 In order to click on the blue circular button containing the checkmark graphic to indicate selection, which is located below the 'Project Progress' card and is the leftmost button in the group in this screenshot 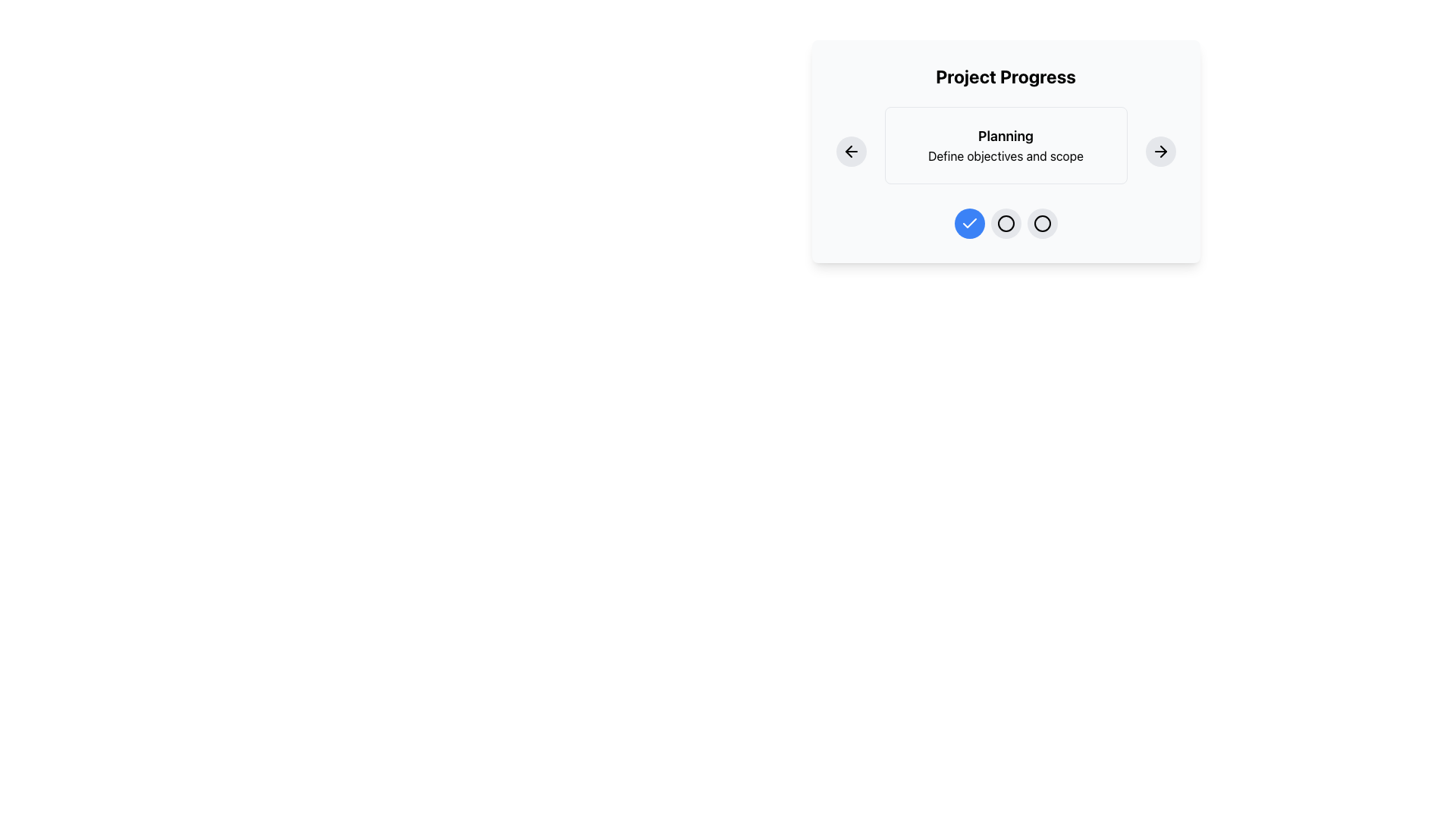, I will do `click(968, 223)`.